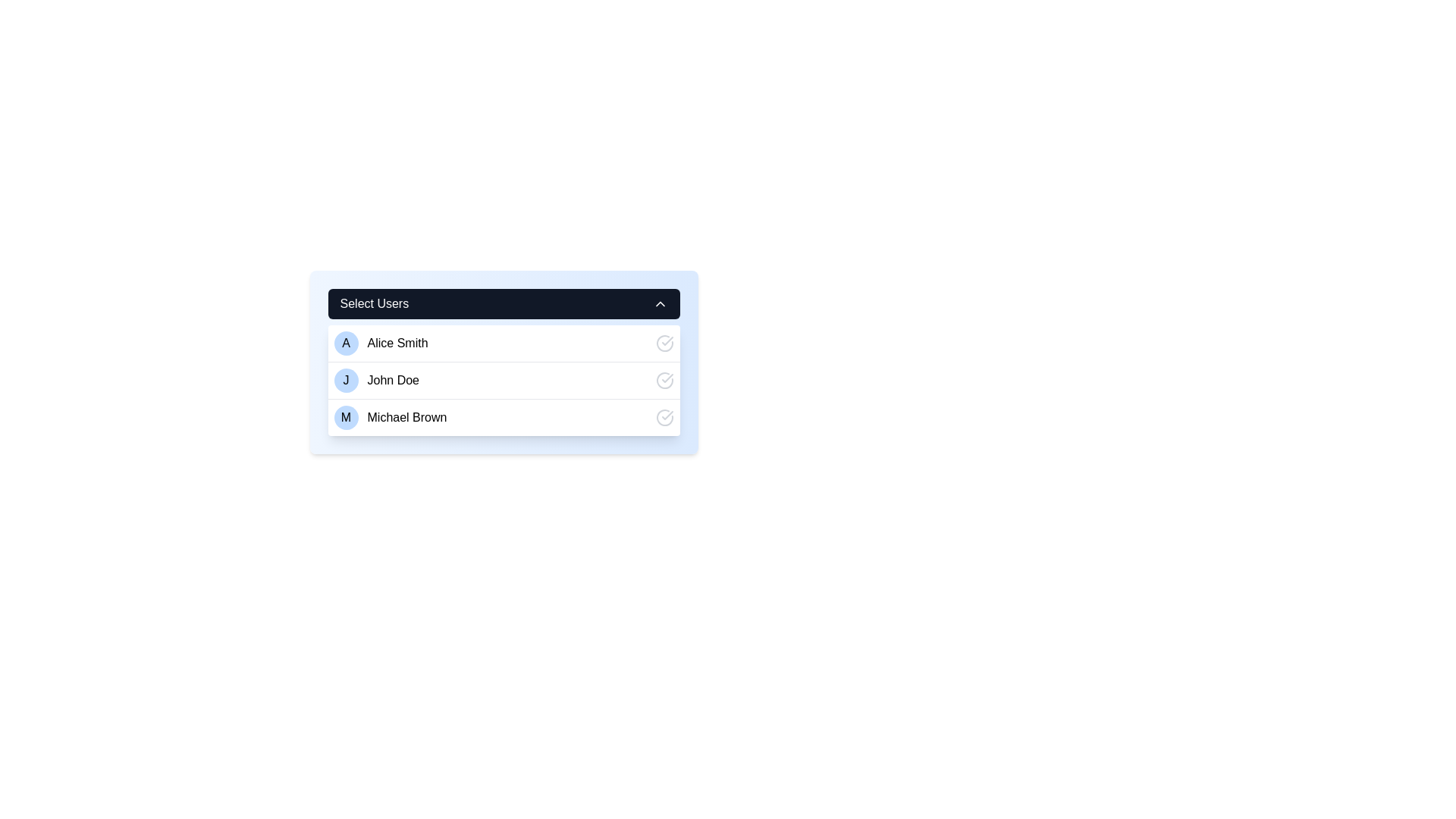 Image resolution: width=1456 pixels, height=819 pixels. What do you see at coordinates (397, 343) in the screenshot?
I see `the content of the text label displaying the name 'Alice Smith', which is the first entry in the user selection list` at bounding box center [397, 343].